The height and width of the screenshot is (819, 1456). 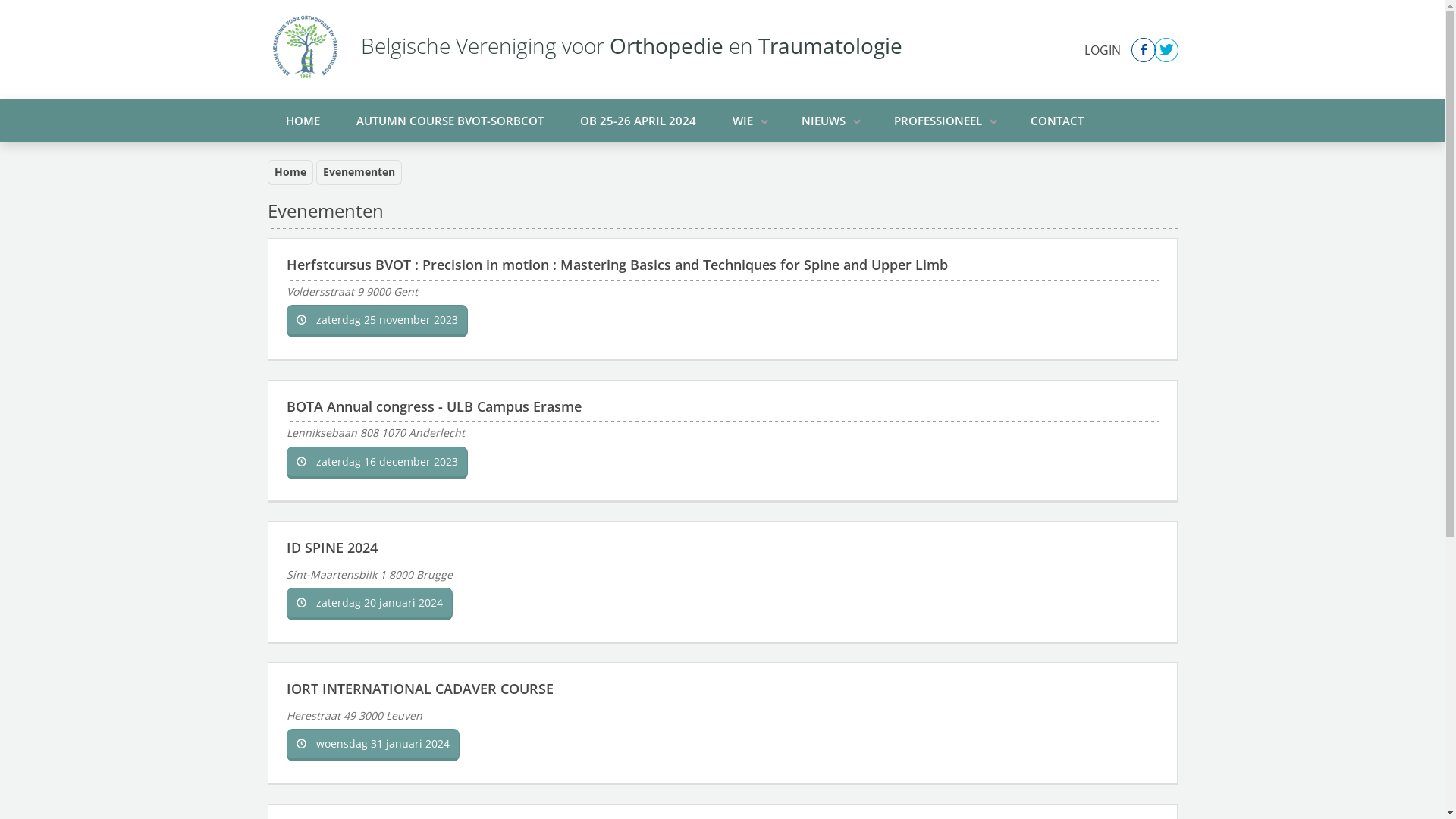 I want to click on 'NIEUWS', so click(x=828, y=119).